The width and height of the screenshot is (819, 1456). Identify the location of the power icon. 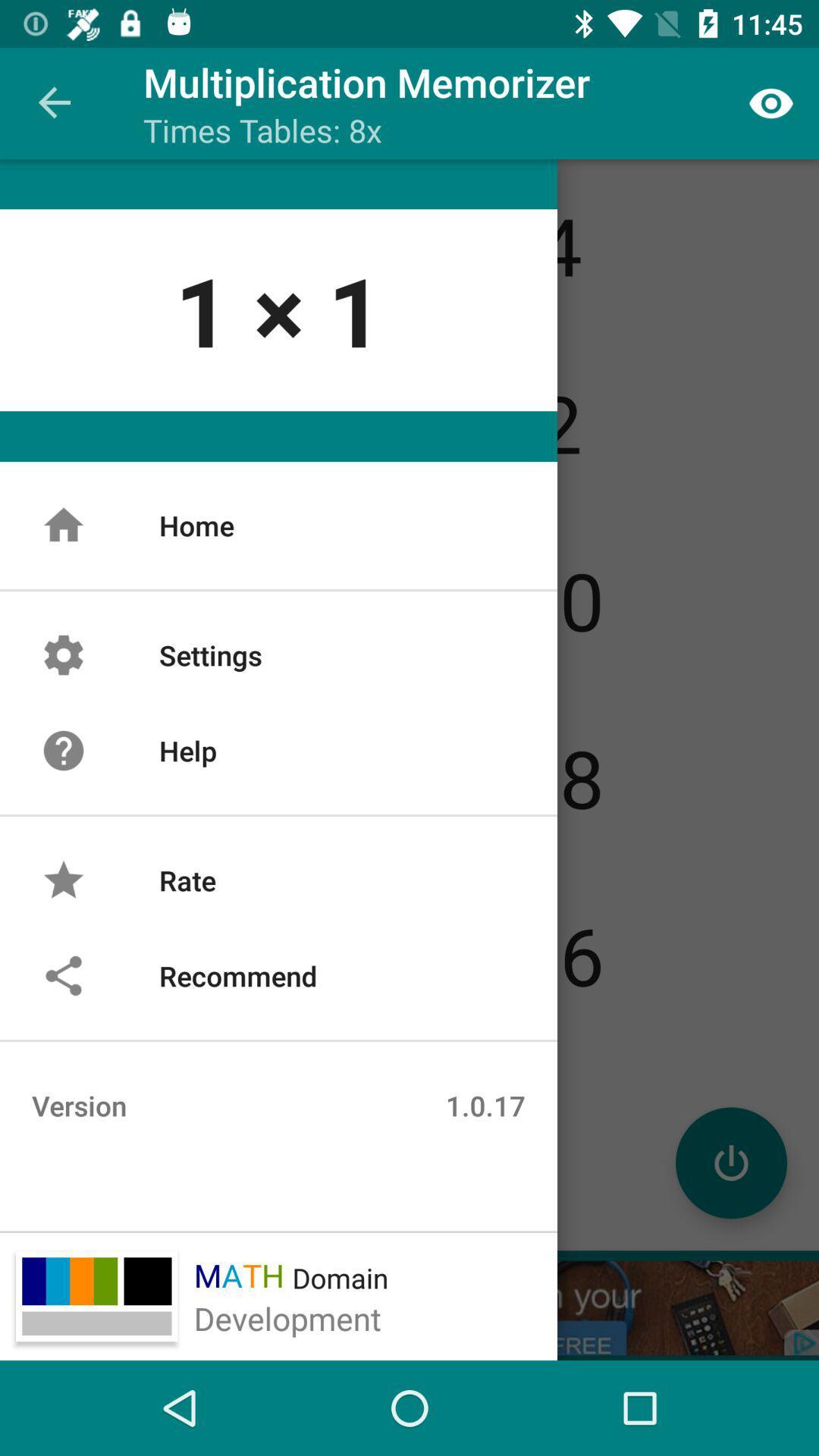
(730, 1162).